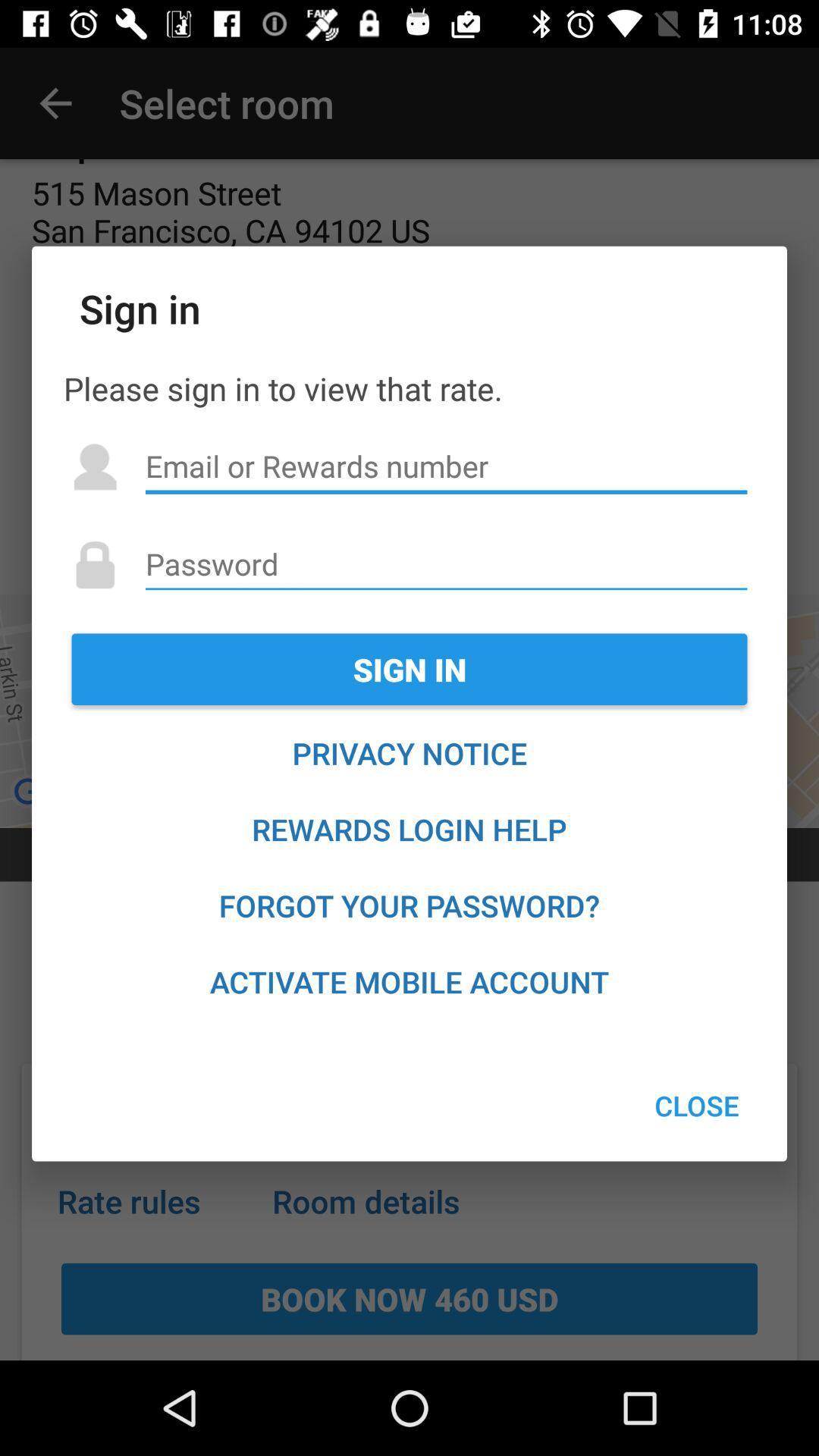 The width and height of the screenshot is (819, 1456). I want to click on the icon below privacy notice icon, so click(409, 828).